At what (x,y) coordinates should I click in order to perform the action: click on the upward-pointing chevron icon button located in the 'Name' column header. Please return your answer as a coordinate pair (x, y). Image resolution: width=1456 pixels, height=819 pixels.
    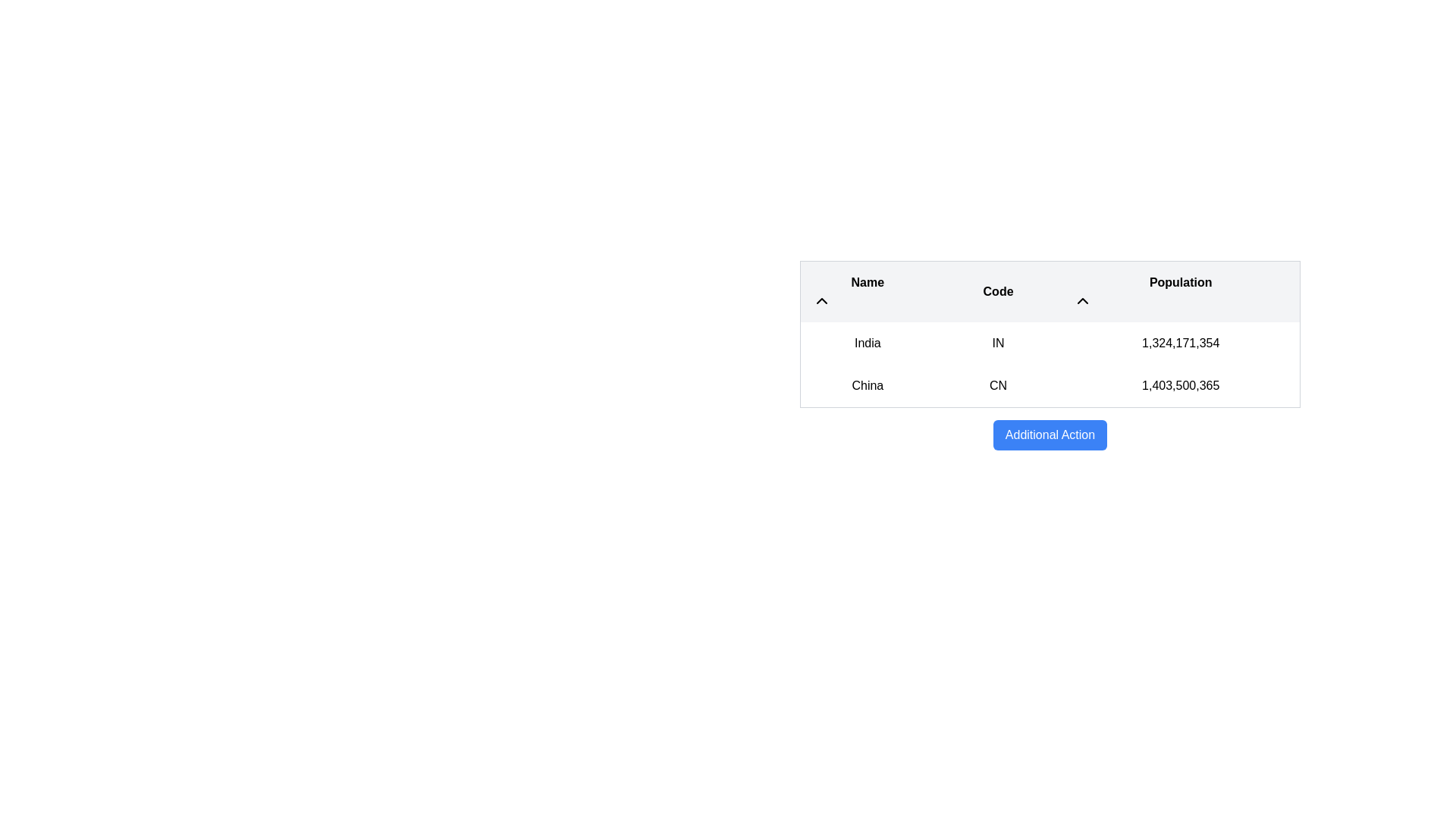
    Looking at the image, I should click on (821, 301).